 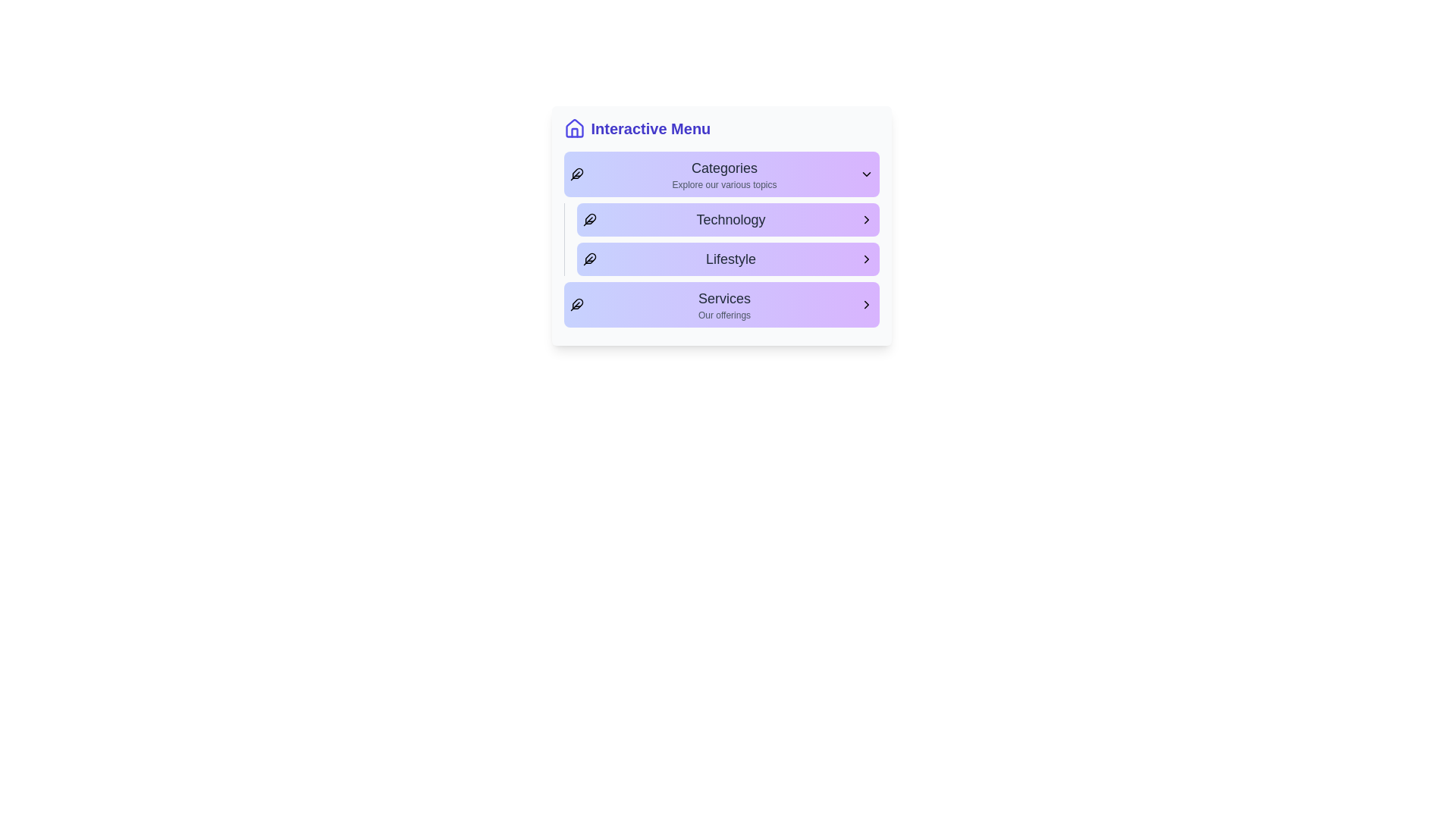 I want to click on the house-shaped icon in the upper-left corner of the interactive menu's header to highlight the menu, so click(x=573, y=127).